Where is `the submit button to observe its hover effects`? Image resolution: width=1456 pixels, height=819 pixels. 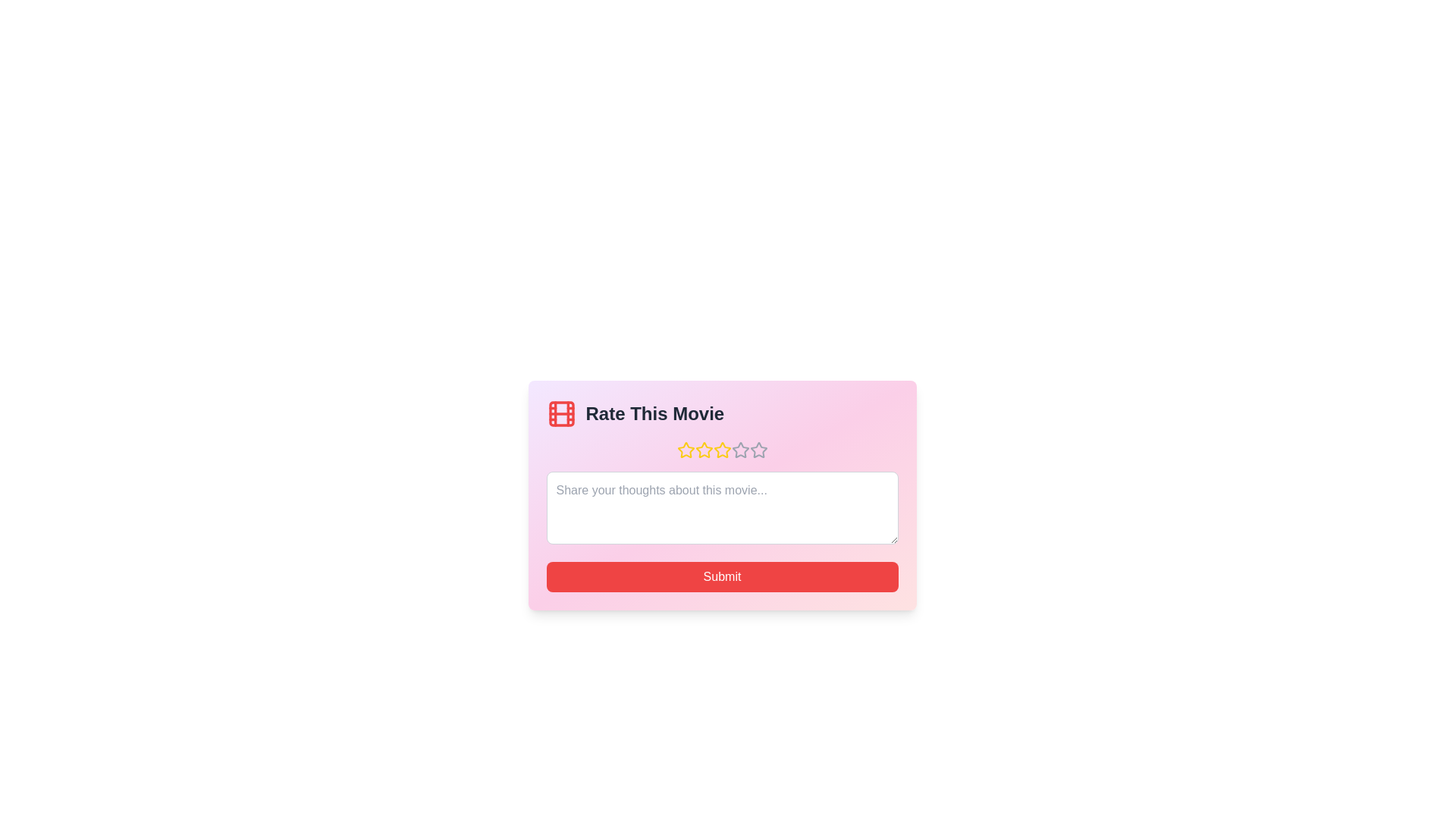
the submit button to observe its hover effects is located at coordinates (721, 576).